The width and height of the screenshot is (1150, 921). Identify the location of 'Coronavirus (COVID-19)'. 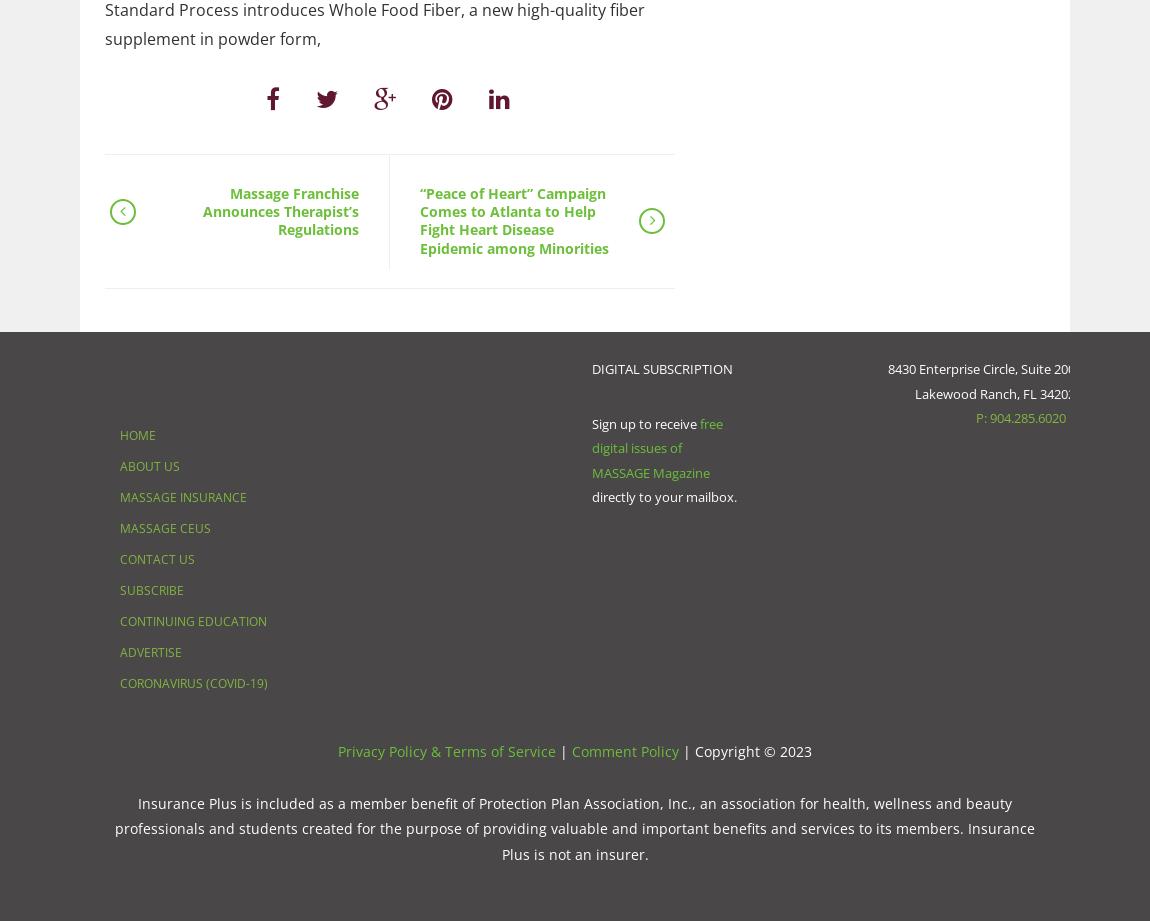
(118, 682).